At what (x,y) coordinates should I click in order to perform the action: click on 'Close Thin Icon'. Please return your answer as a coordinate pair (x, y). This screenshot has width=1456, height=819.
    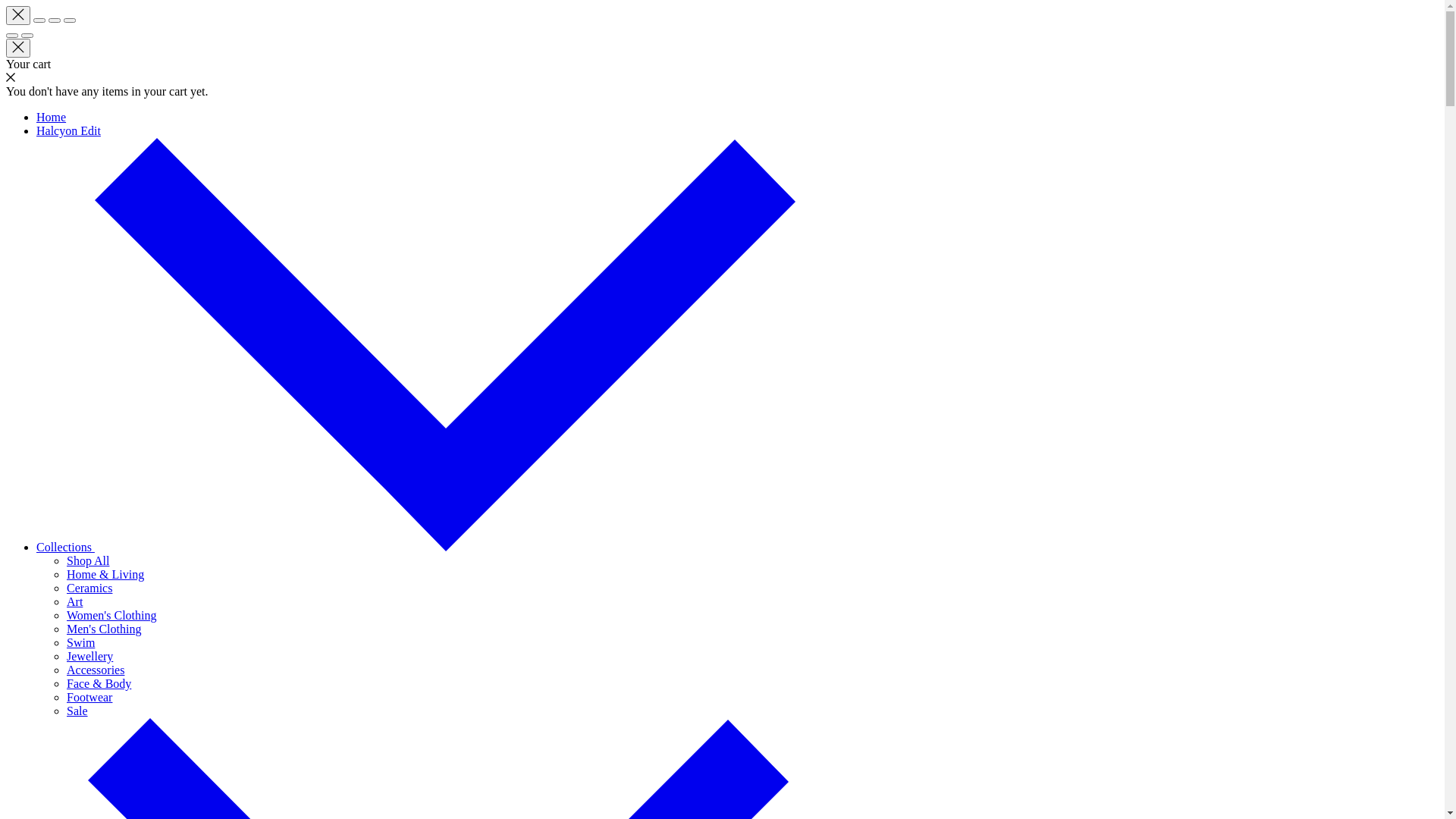
    Looking at the image, I should click on (18, 15).